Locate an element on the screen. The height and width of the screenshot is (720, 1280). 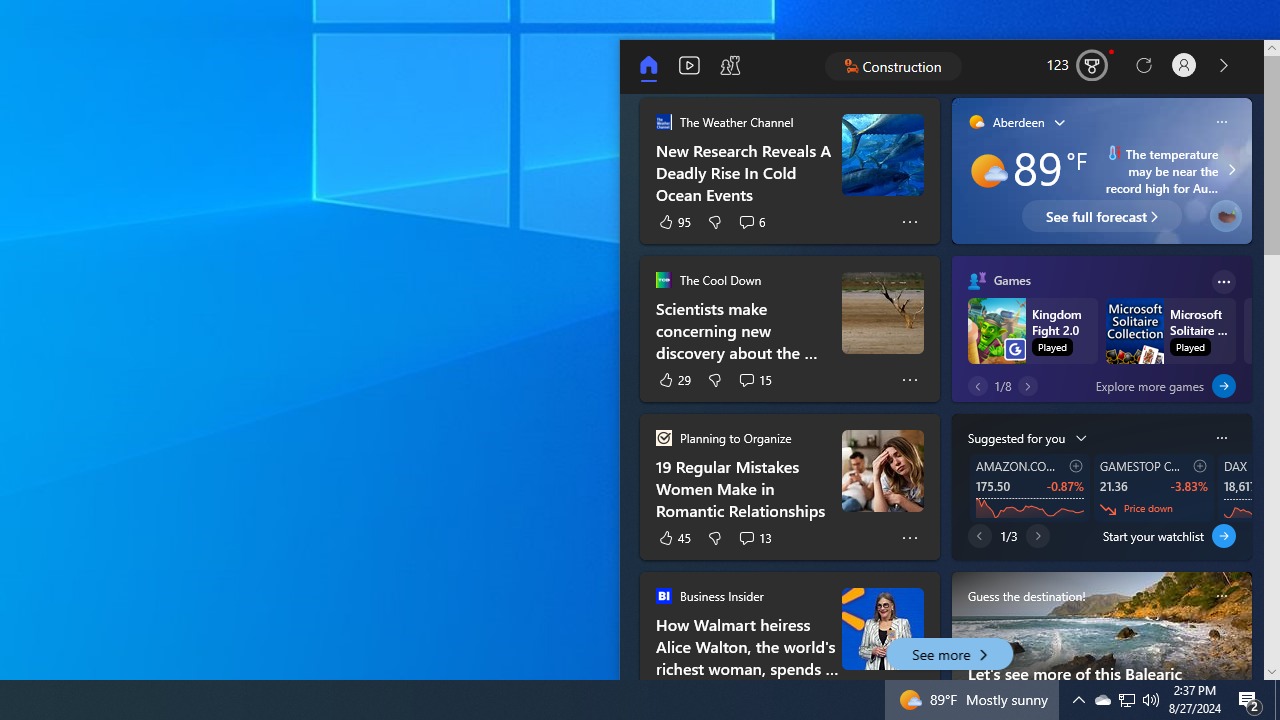
'Aberdeen' is located at coordinates (1006, 122).